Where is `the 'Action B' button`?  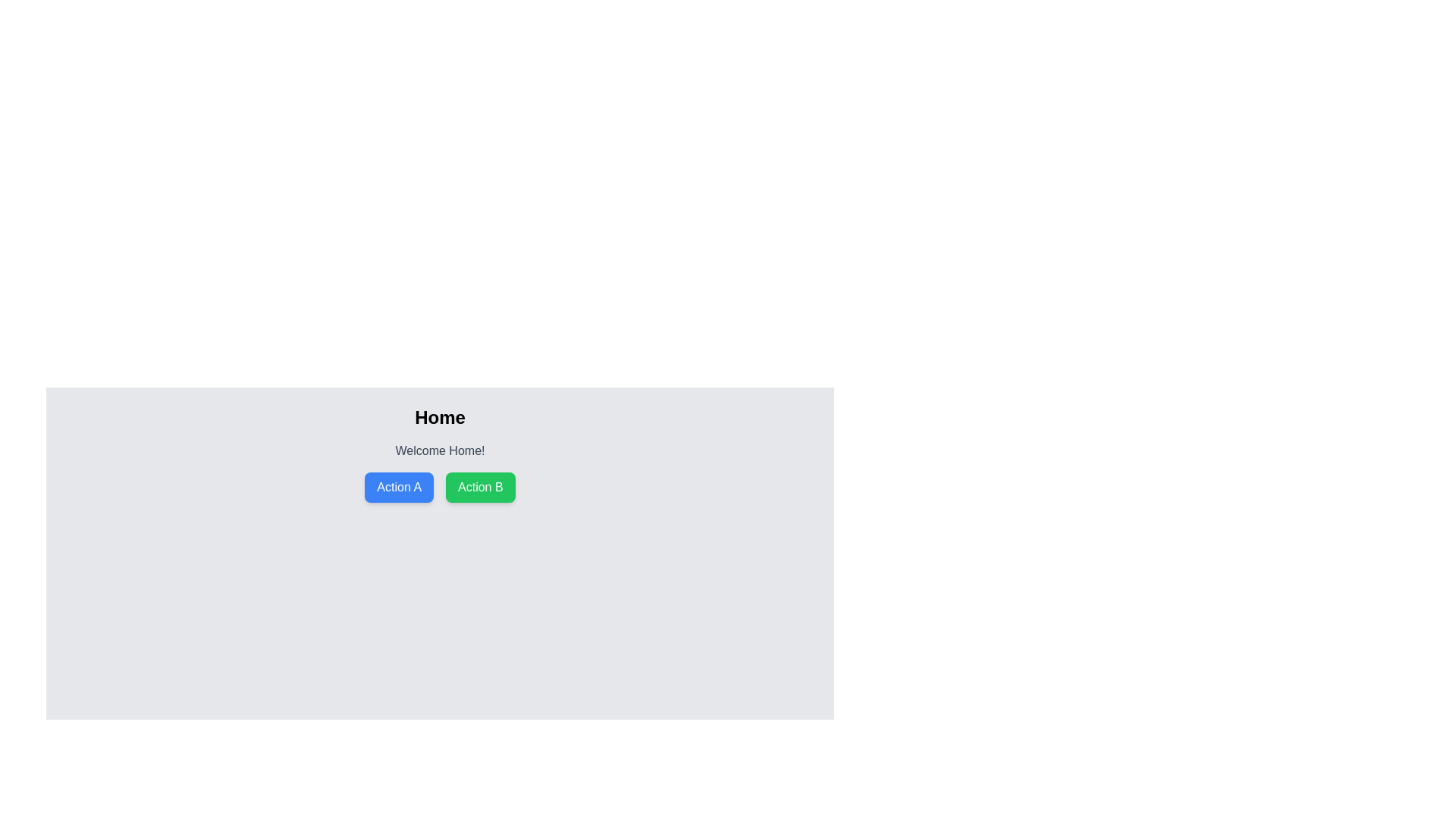 the 'Action B' button is located at coordinates (479, 488).